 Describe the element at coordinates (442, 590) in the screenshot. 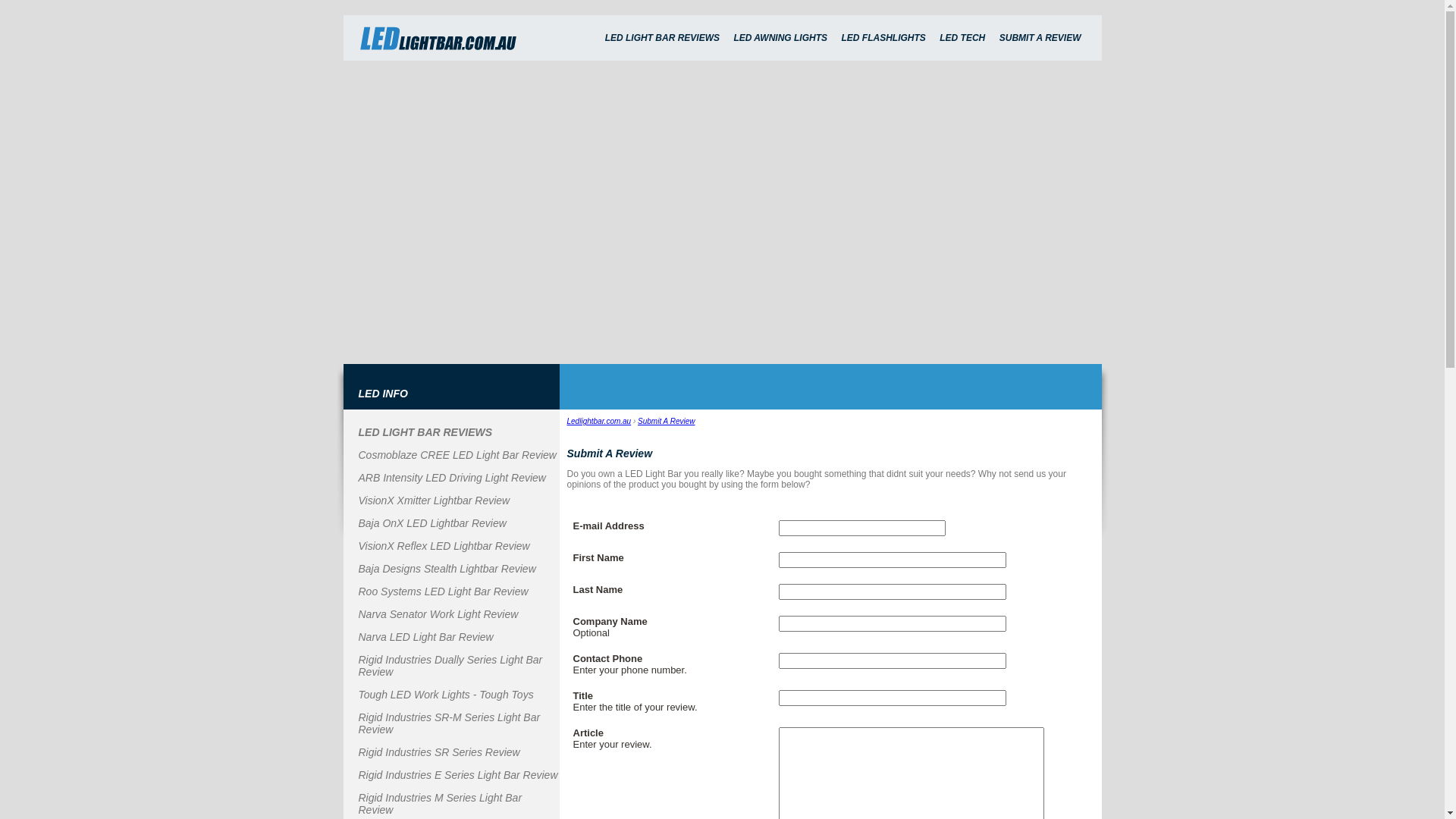

I see `'Roo Systems LED Light Bar Review'` at that location.